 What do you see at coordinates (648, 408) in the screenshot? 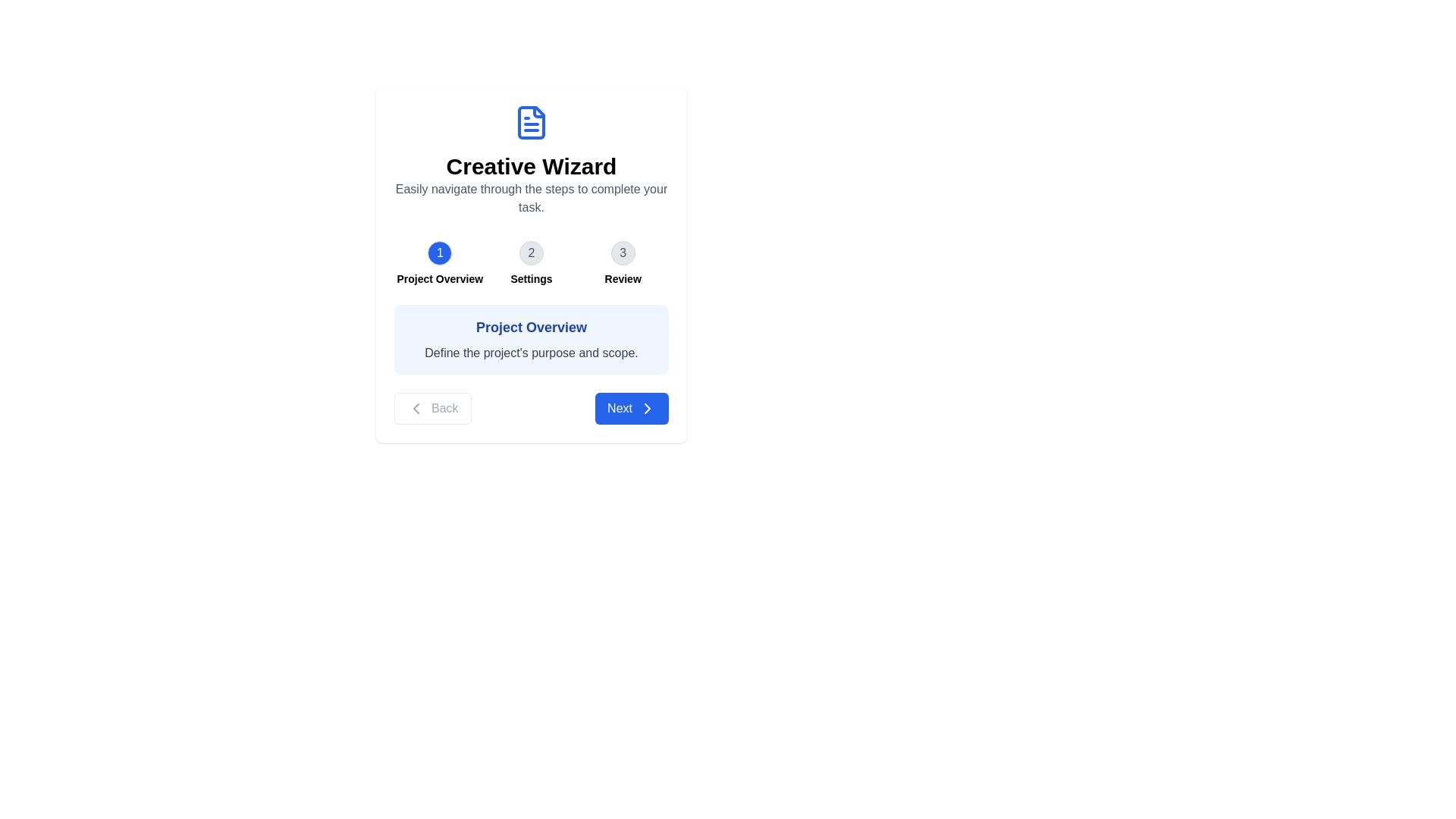
I see `the rightward-pointing arrow icon styled as a vector graphic within the blue rectangular button labeled 'Next'` at bounding box center [648, 408].